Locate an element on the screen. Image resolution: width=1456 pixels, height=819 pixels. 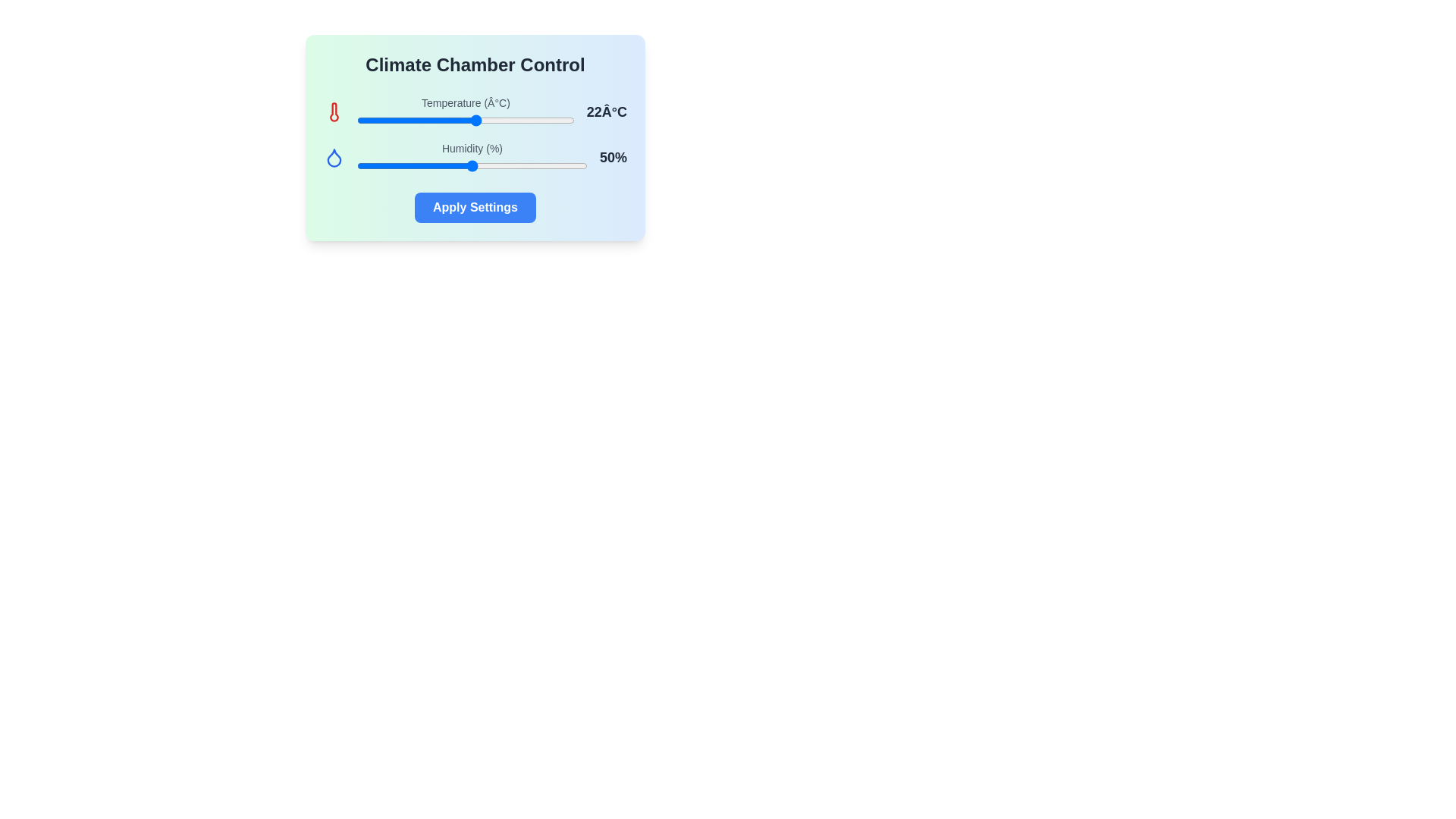
the thermometer icon to inspect it is located at coordinates (334, 111).